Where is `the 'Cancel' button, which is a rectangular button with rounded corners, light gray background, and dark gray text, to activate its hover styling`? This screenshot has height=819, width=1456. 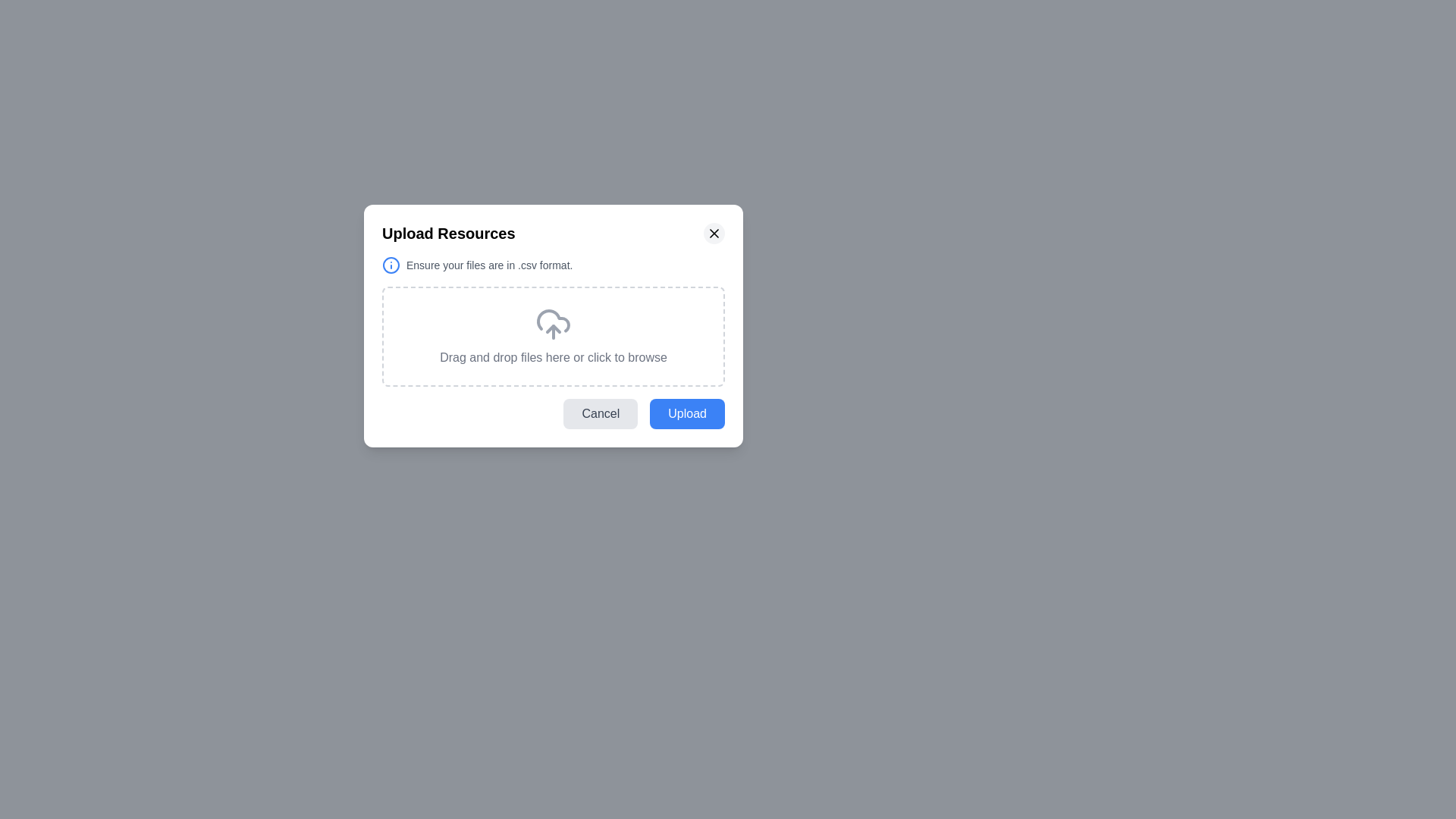
the 'Cancel' button, which is a rectangular button with rounded corners, light gray background, and dark gray text, to activate its hover styling is located at coordinates (600, 414).